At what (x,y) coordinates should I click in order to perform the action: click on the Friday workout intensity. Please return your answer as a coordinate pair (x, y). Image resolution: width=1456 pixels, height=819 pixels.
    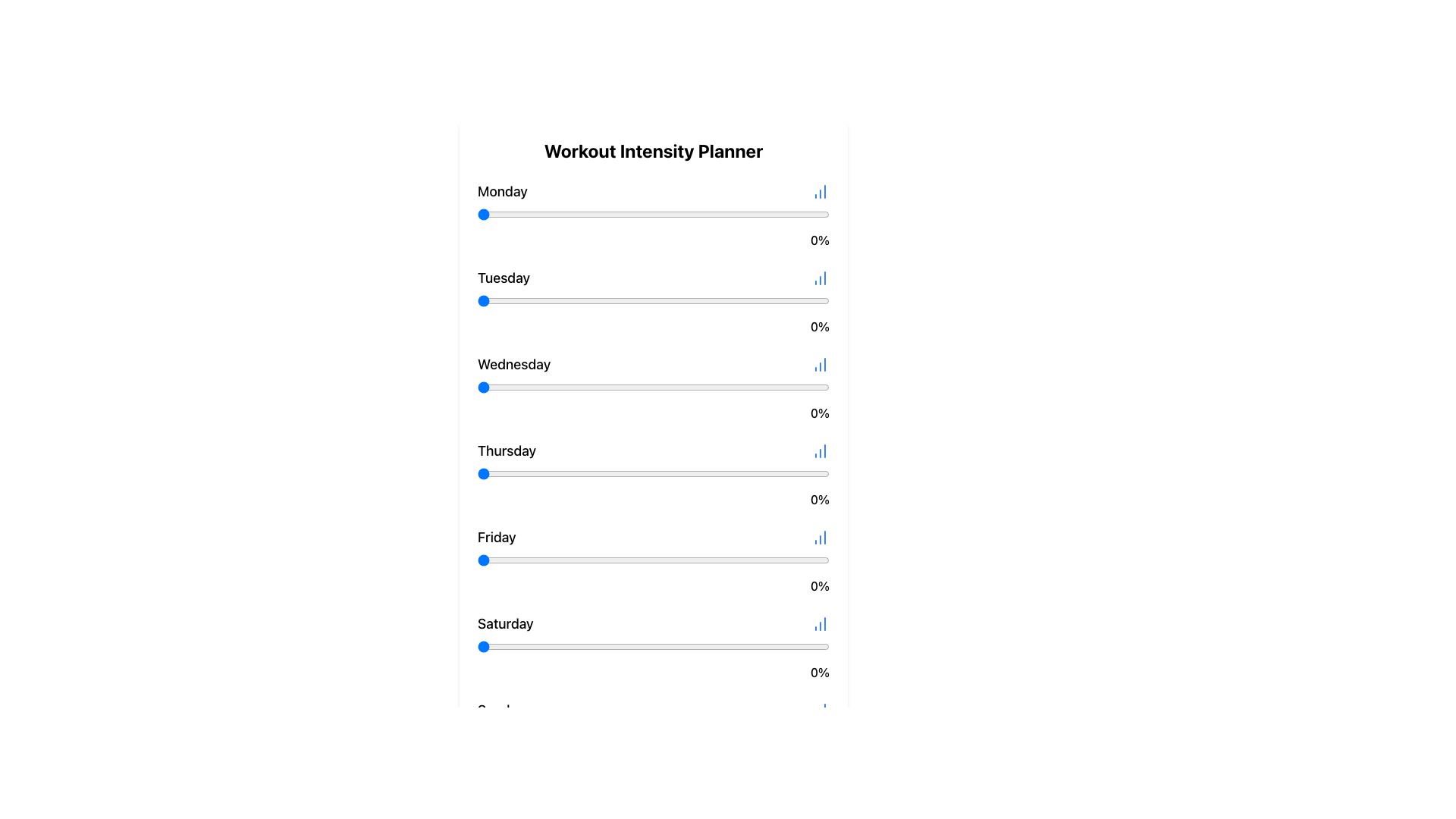
    Looking at the image, I should click on (625, 560).